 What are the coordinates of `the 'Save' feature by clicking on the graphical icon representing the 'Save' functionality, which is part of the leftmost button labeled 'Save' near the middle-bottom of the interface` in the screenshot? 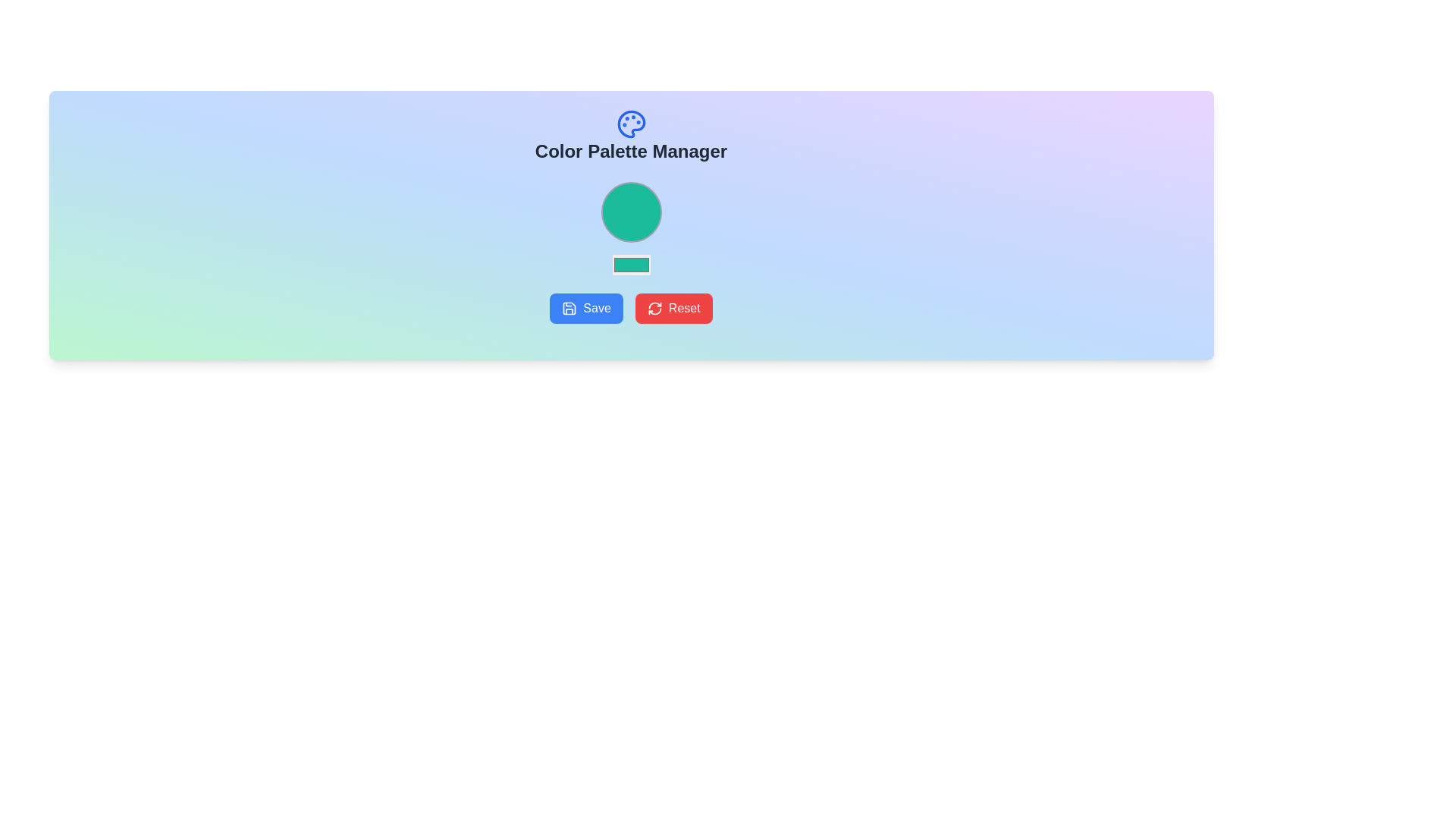 It's located at (569, 308).